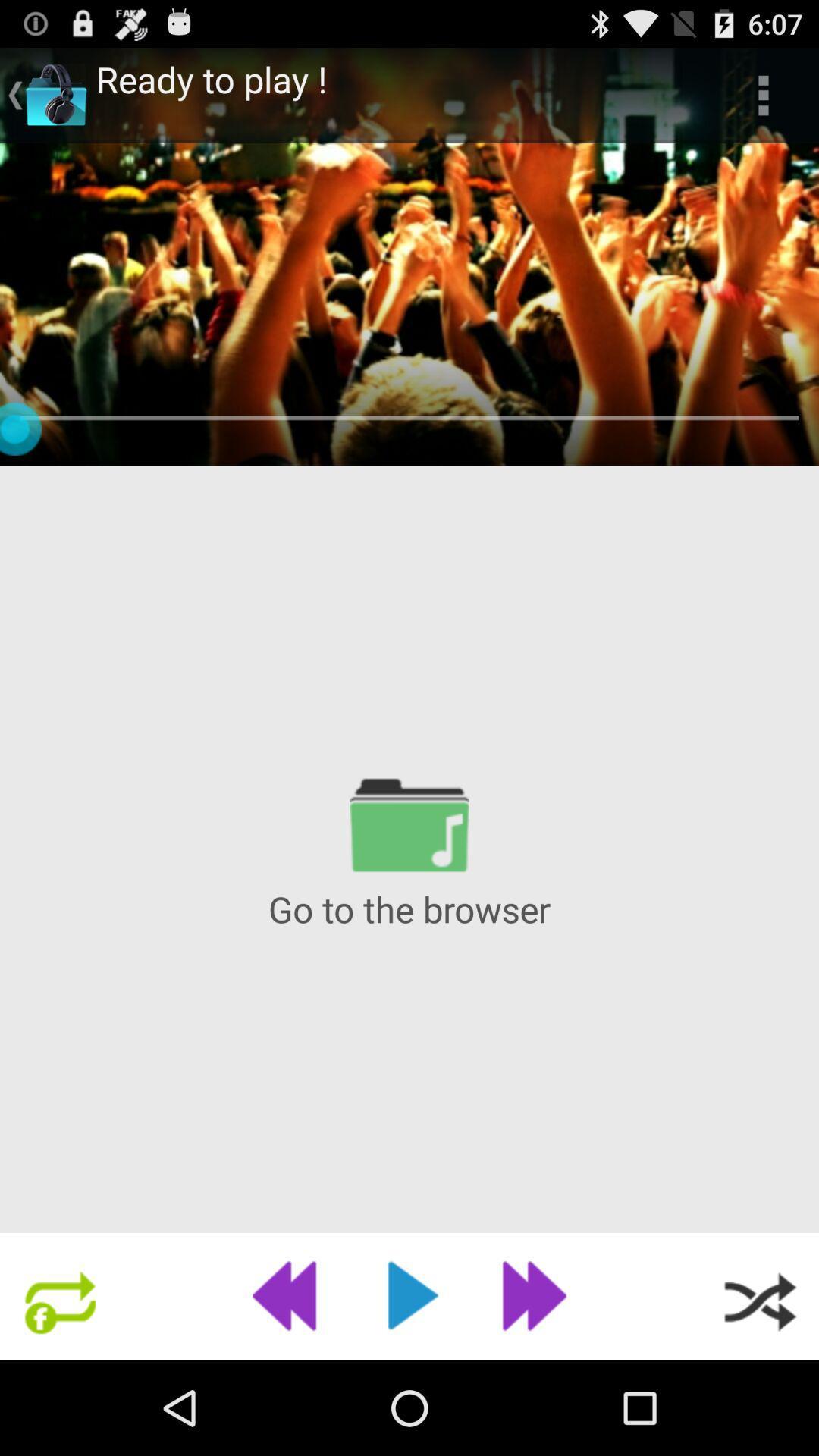  I want to click on the play icon, so click(409, 1388).